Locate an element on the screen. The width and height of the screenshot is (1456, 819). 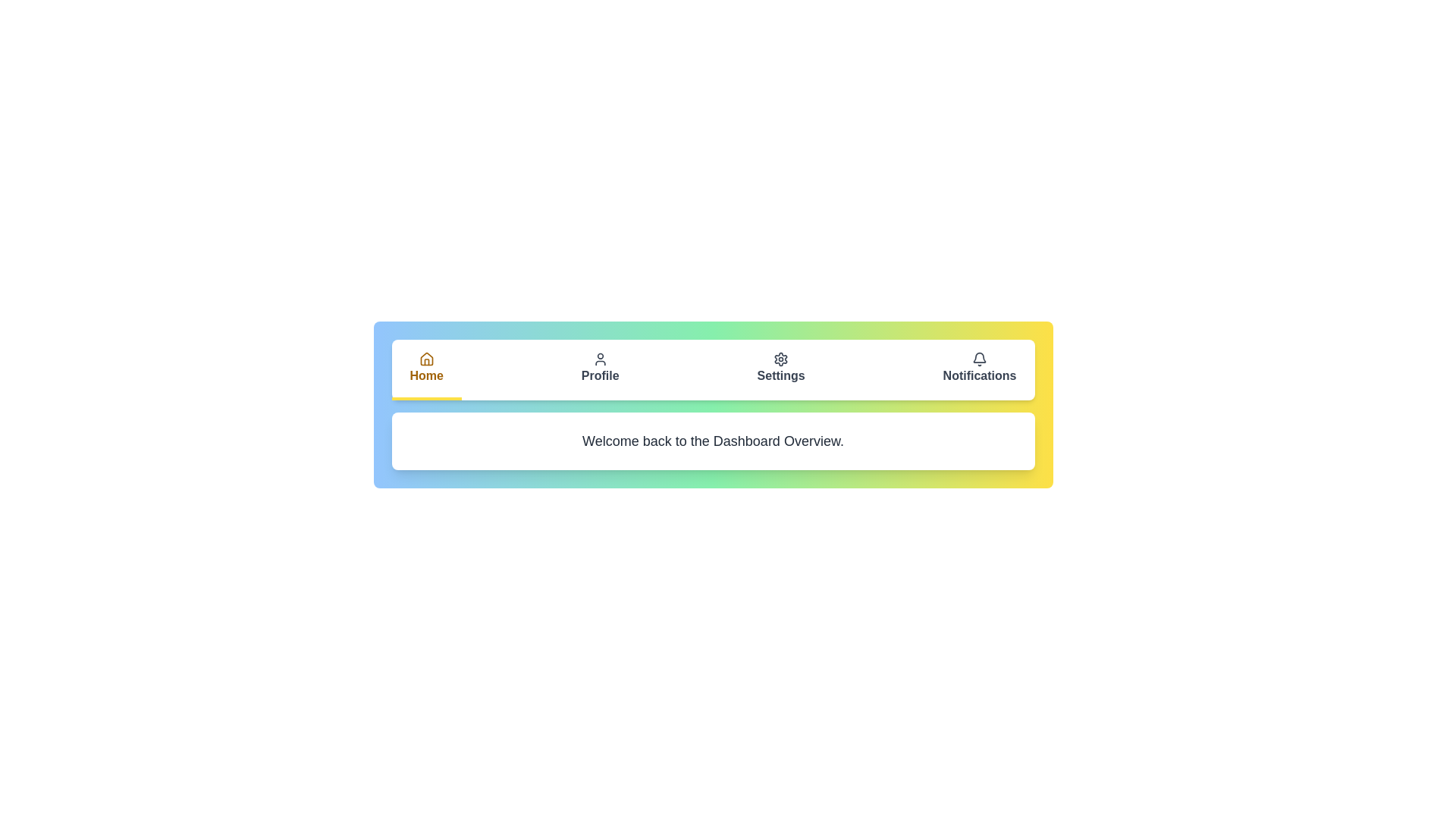
the Text Label in the Navigation Button that represents the profile page option, located between the 'Home' and 'Settings' sections is located at coordinates (599, 375).